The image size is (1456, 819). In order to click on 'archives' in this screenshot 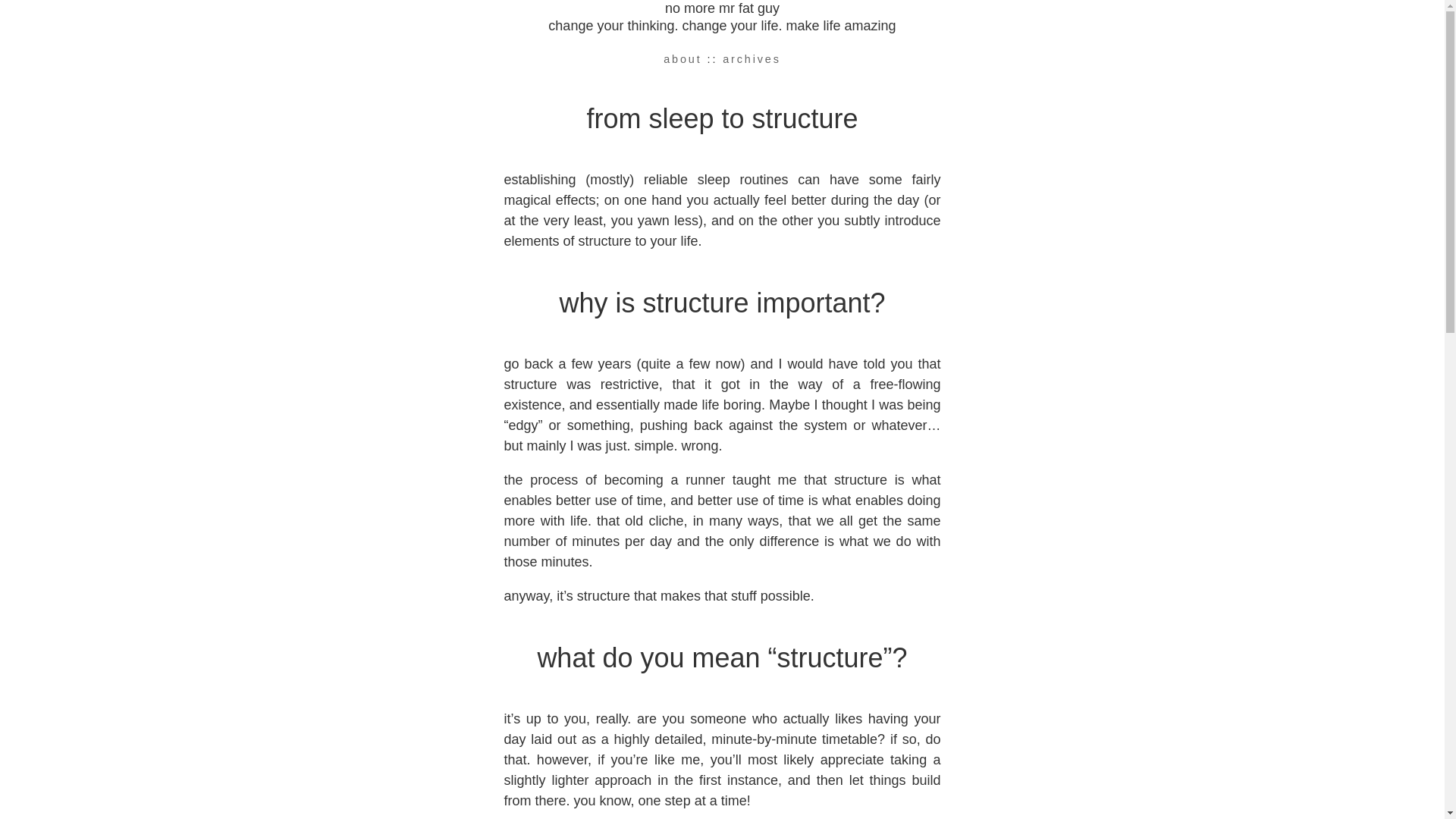, I will do `click(752, 58)`.